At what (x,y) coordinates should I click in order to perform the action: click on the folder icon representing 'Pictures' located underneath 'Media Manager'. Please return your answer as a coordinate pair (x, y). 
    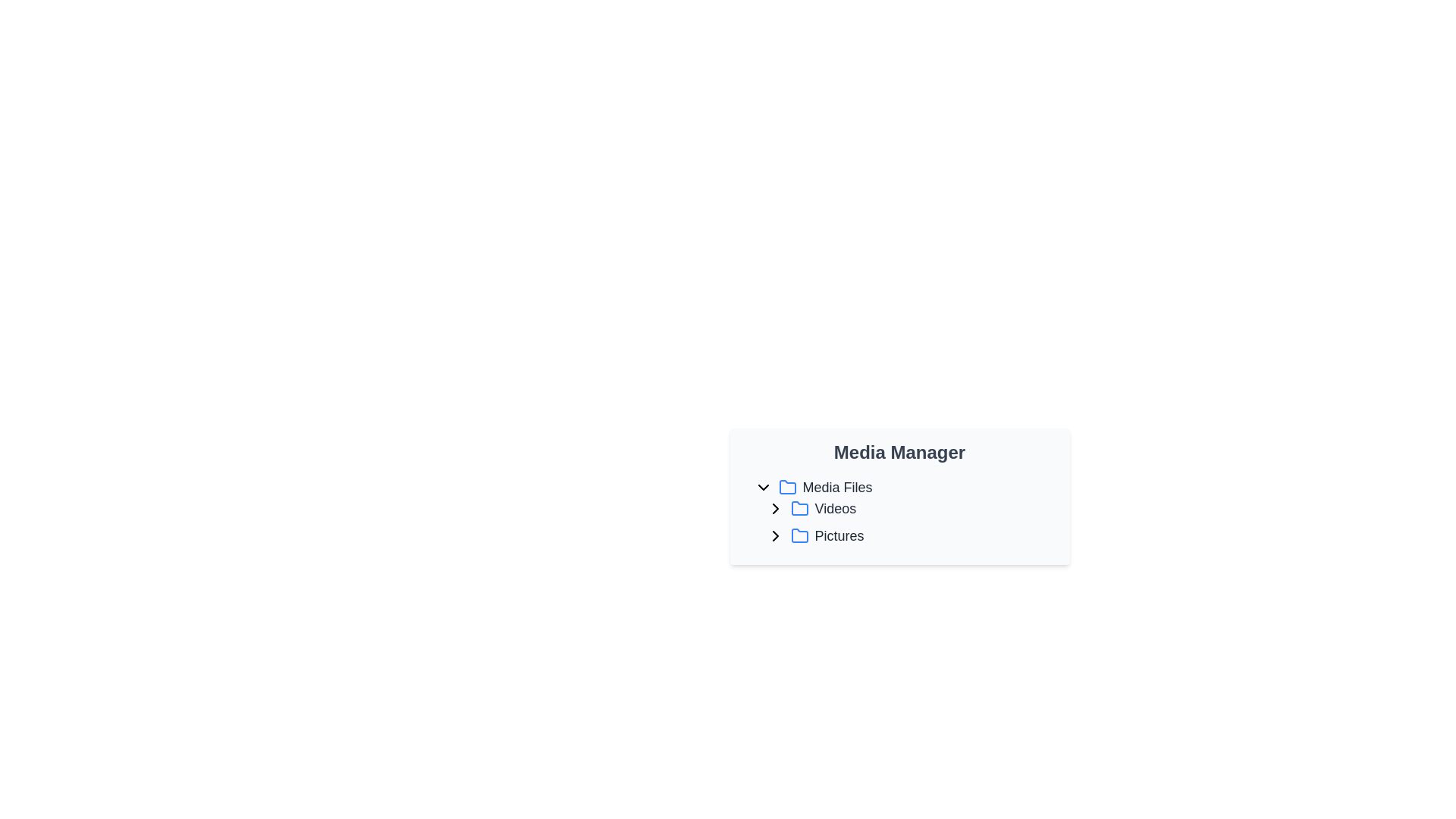
    Looking at the image, I should click on (799, 535).